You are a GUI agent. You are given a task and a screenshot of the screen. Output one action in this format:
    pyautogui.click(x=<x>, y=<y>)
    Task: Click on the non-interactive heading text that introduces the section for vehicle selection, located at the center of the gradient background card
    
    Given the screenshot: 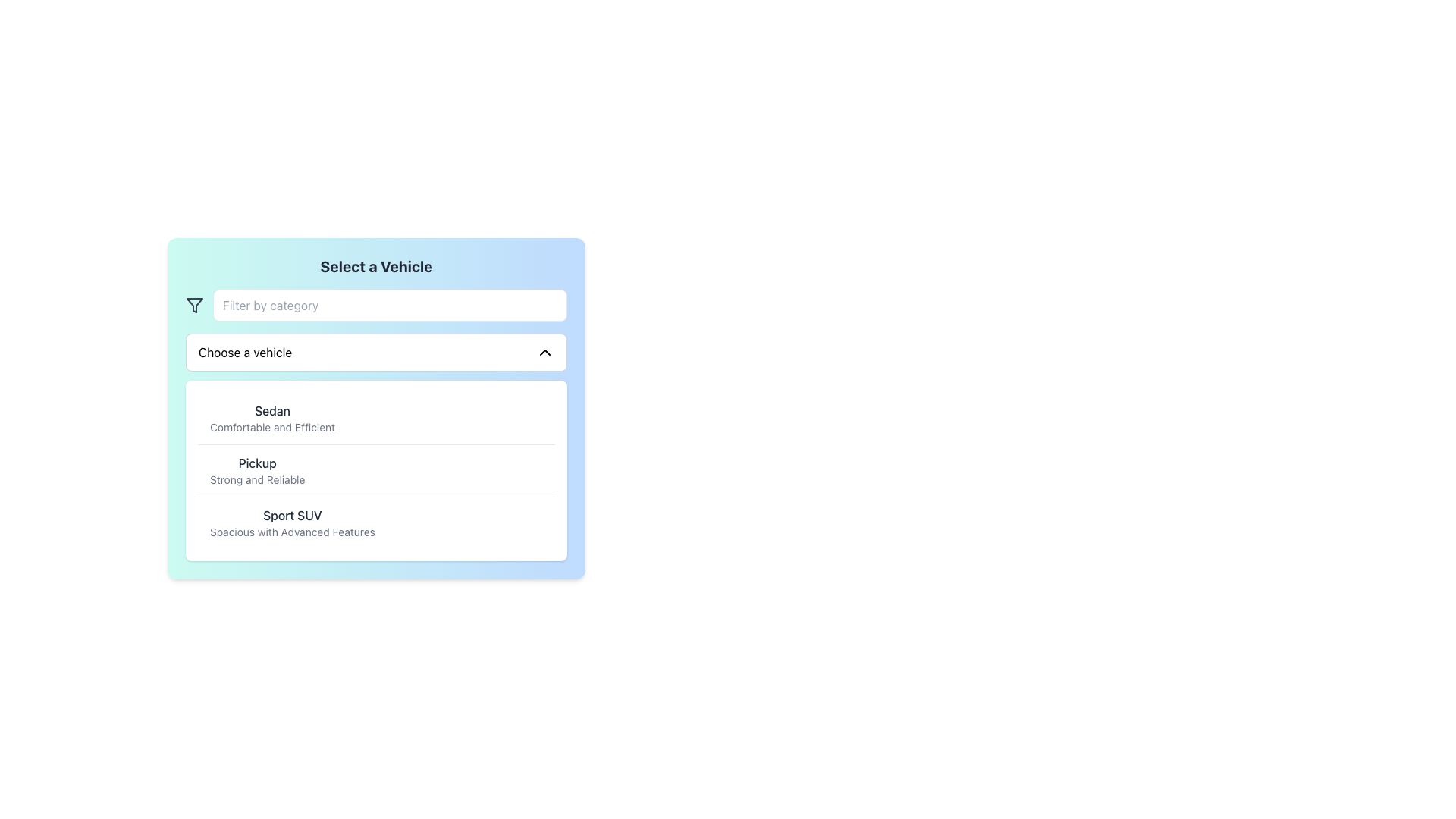 What is the action you would take?
    pyautogui.click(x=376, y=265)
    